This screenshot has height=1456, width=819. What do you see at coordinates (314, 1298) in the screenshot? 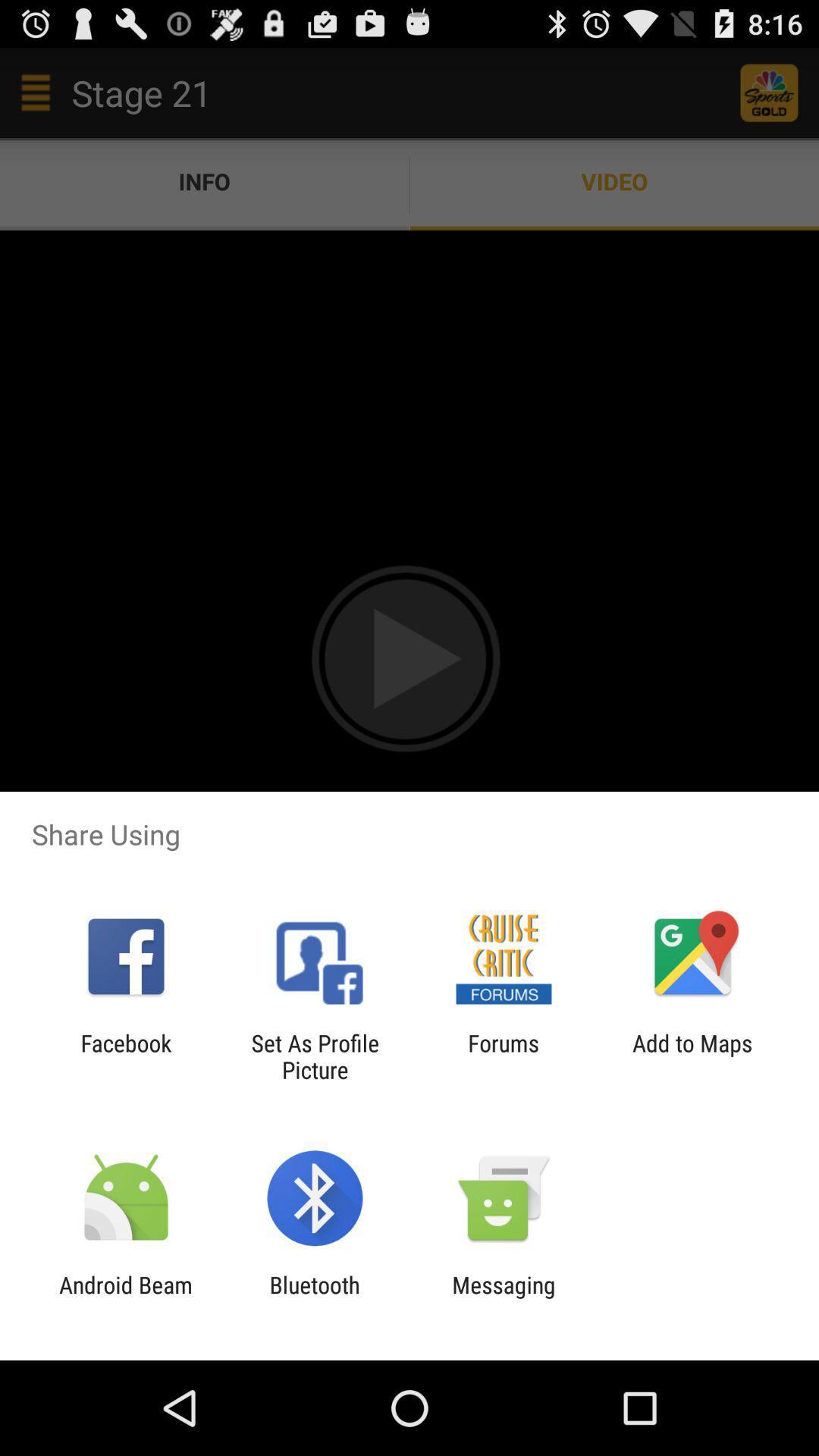
I see `the bluetooth icon` at bounding box center [314, 1298].